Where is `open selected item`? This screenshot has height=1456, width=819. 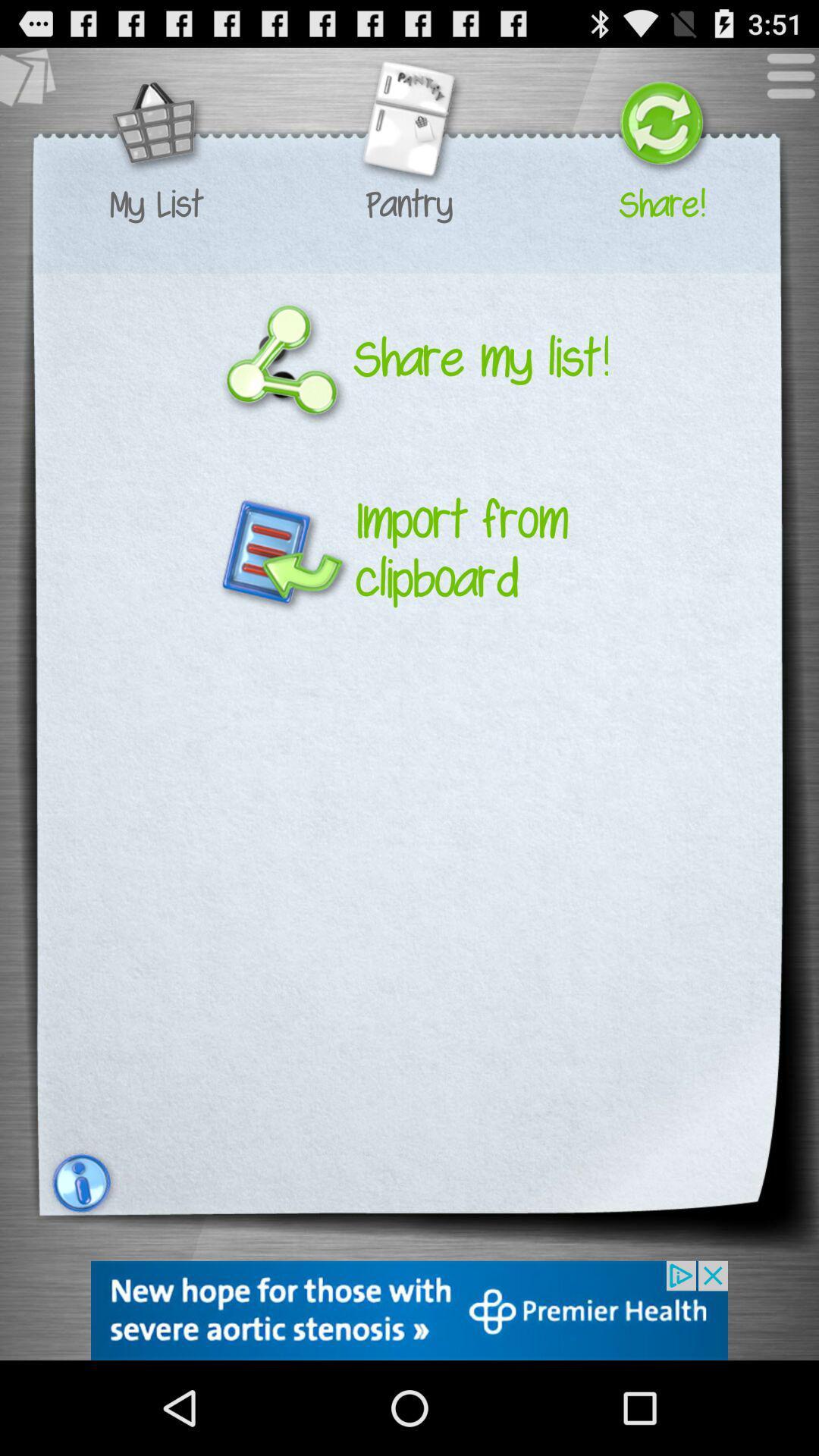 open selected item is located at coordinates (408, 125).